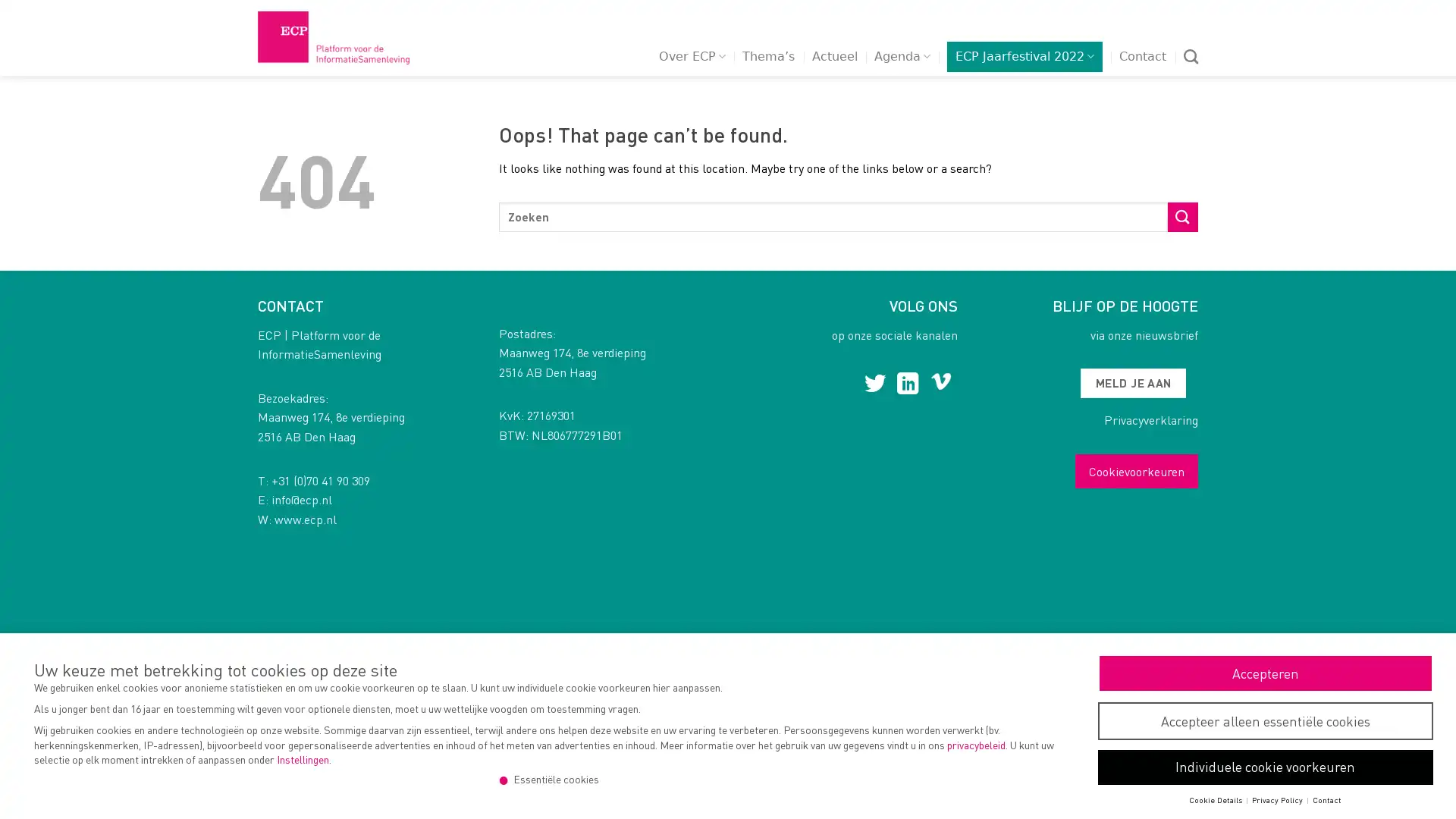 The width and height of the screenshot is (1456, 819). What do you see at coordinates (1216, 799) in the screenshot?
I see `Cookie Details` at bounding box center [1216, 799].